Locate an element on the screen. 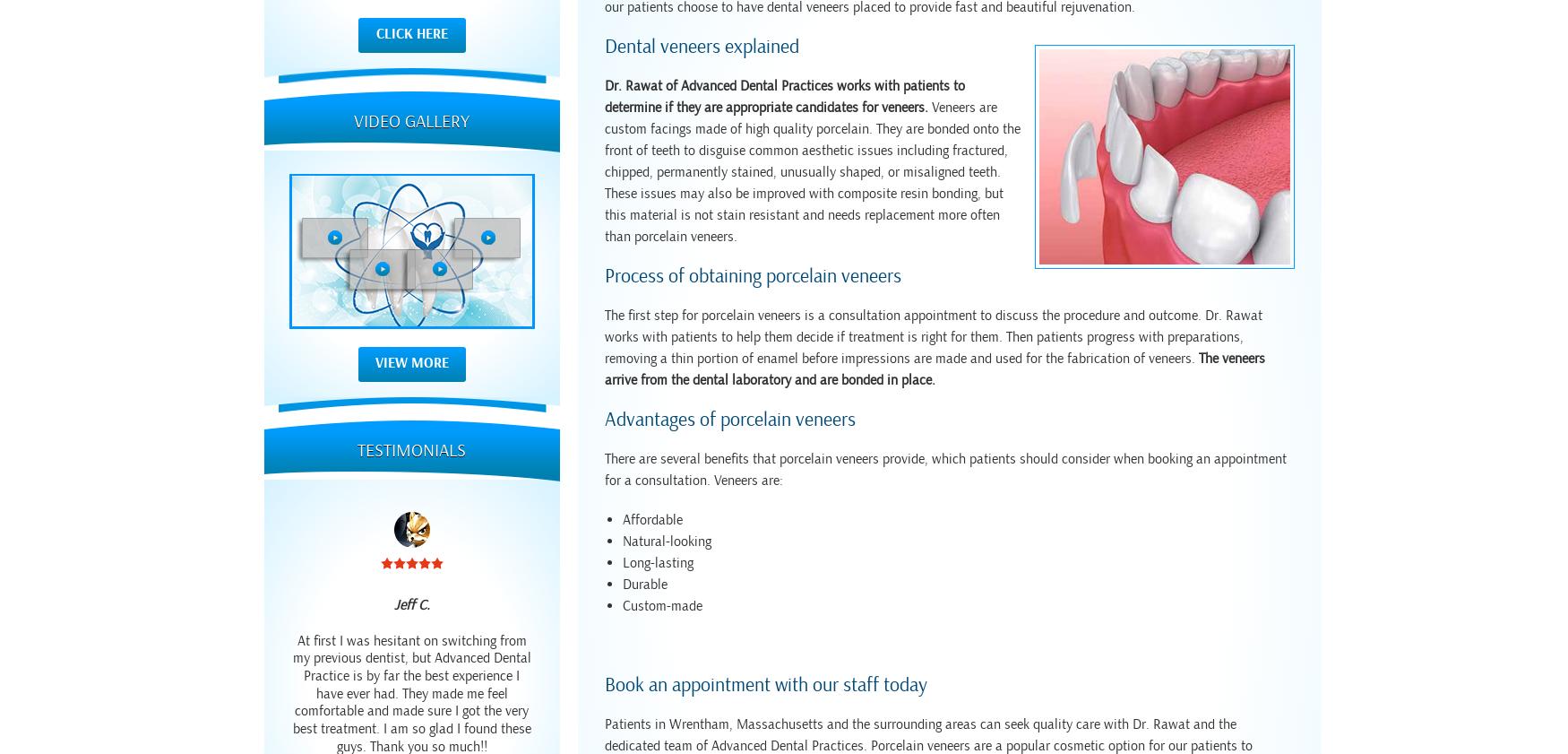 The height and width of the screenshot is (754, 1568). 'The first step for porcelain veneers is a consultation appointment to discuss the procedure and outcome. Dr. Rawat works with patients to help them decide if treatment is right for them. Then patients progress with preparations, removing a thin portion of enamel before impressions are made and used for the fabrication of veneers.' is located at coordinates (932, 336).